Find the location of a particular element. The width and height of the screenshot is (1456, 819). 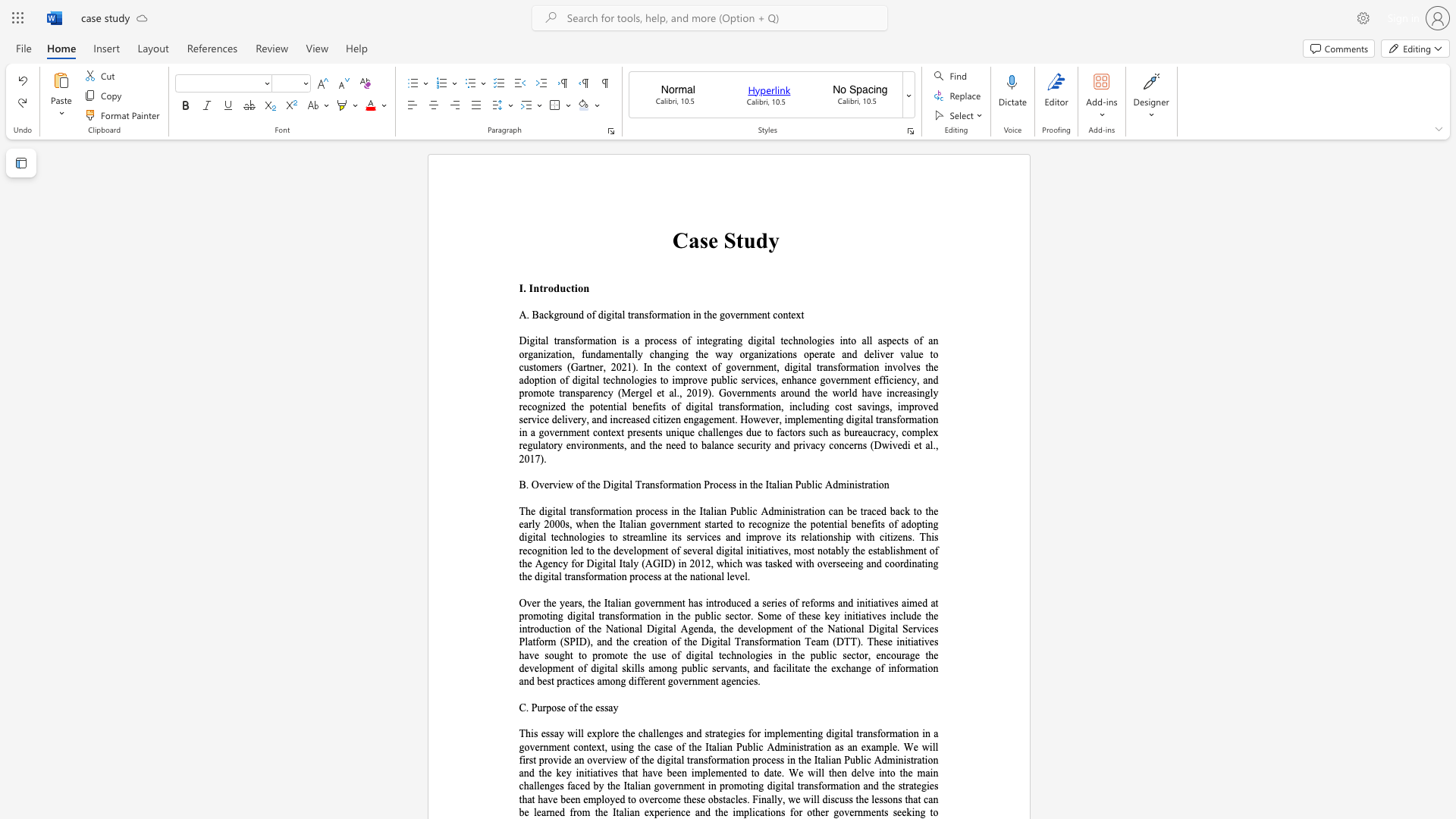

the 4th character "t" in the text is located at coordinates (751, 485).